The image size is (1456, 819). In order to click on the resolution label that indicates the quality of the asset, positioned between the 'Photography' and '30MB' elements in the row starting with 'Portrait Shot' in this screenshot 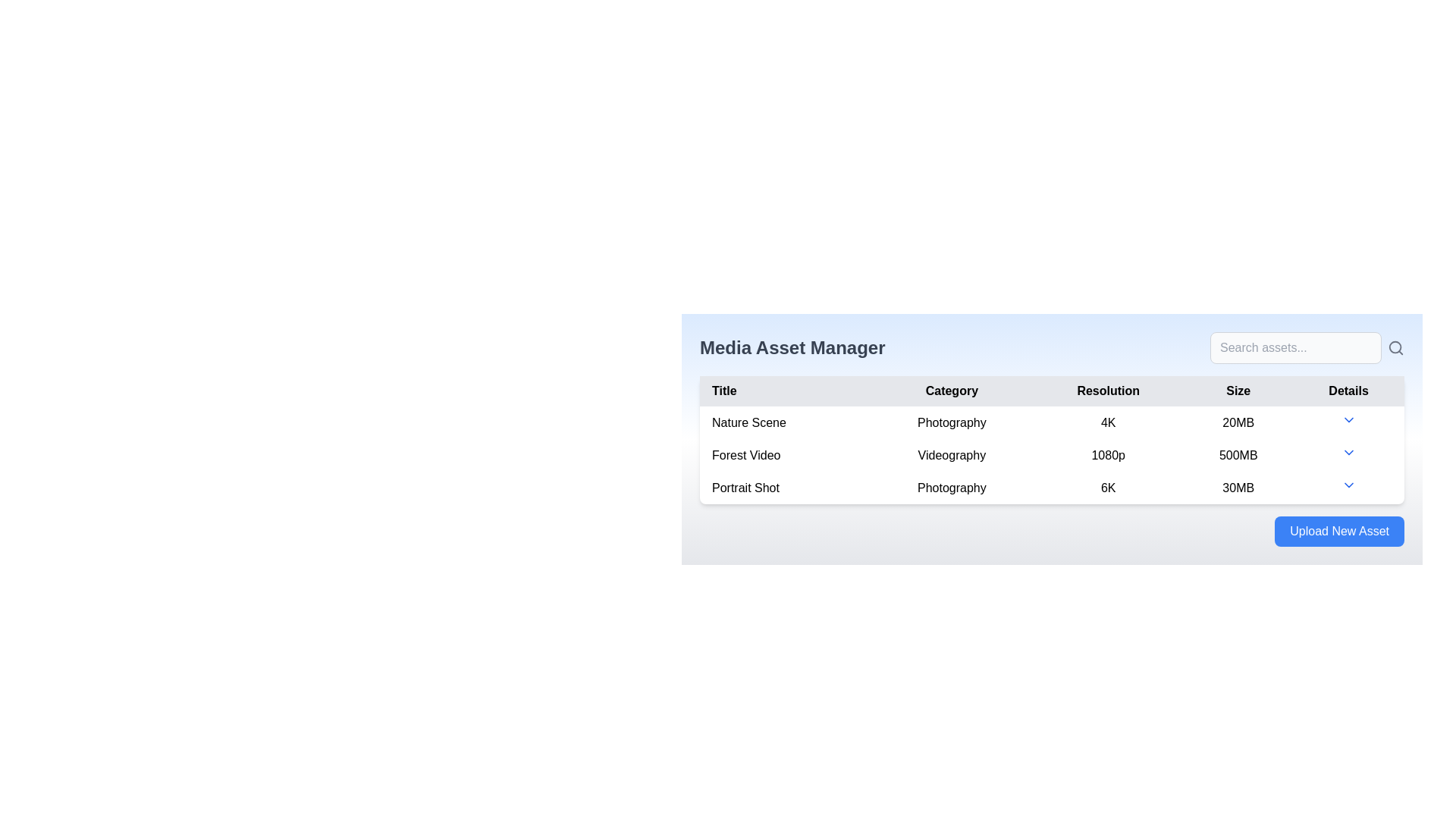, I will do `click(1108, 488)`.